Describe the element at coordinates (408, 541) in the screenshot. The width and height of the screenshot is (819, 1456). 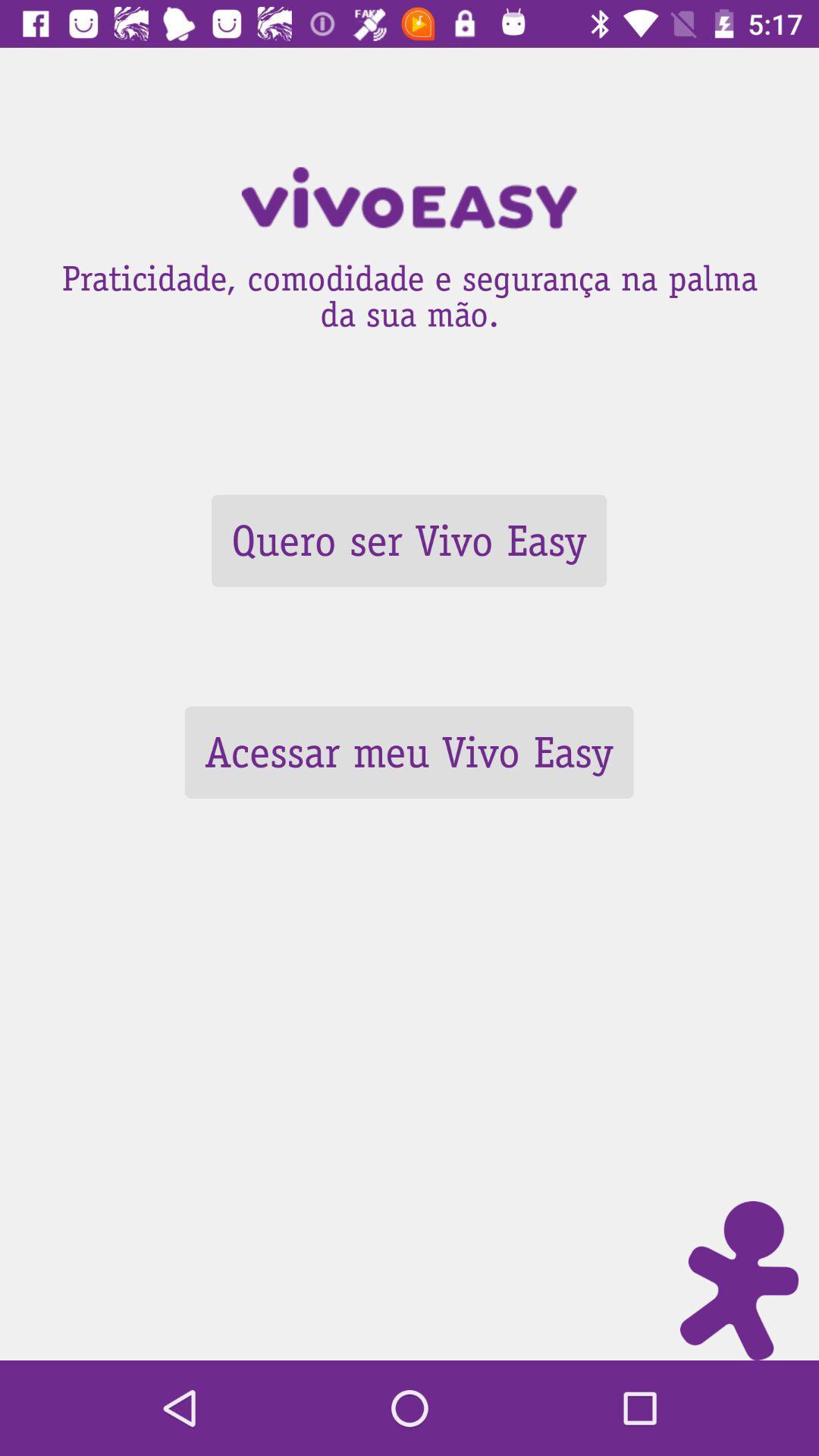
I see `the quero ser vivo item` at that location.